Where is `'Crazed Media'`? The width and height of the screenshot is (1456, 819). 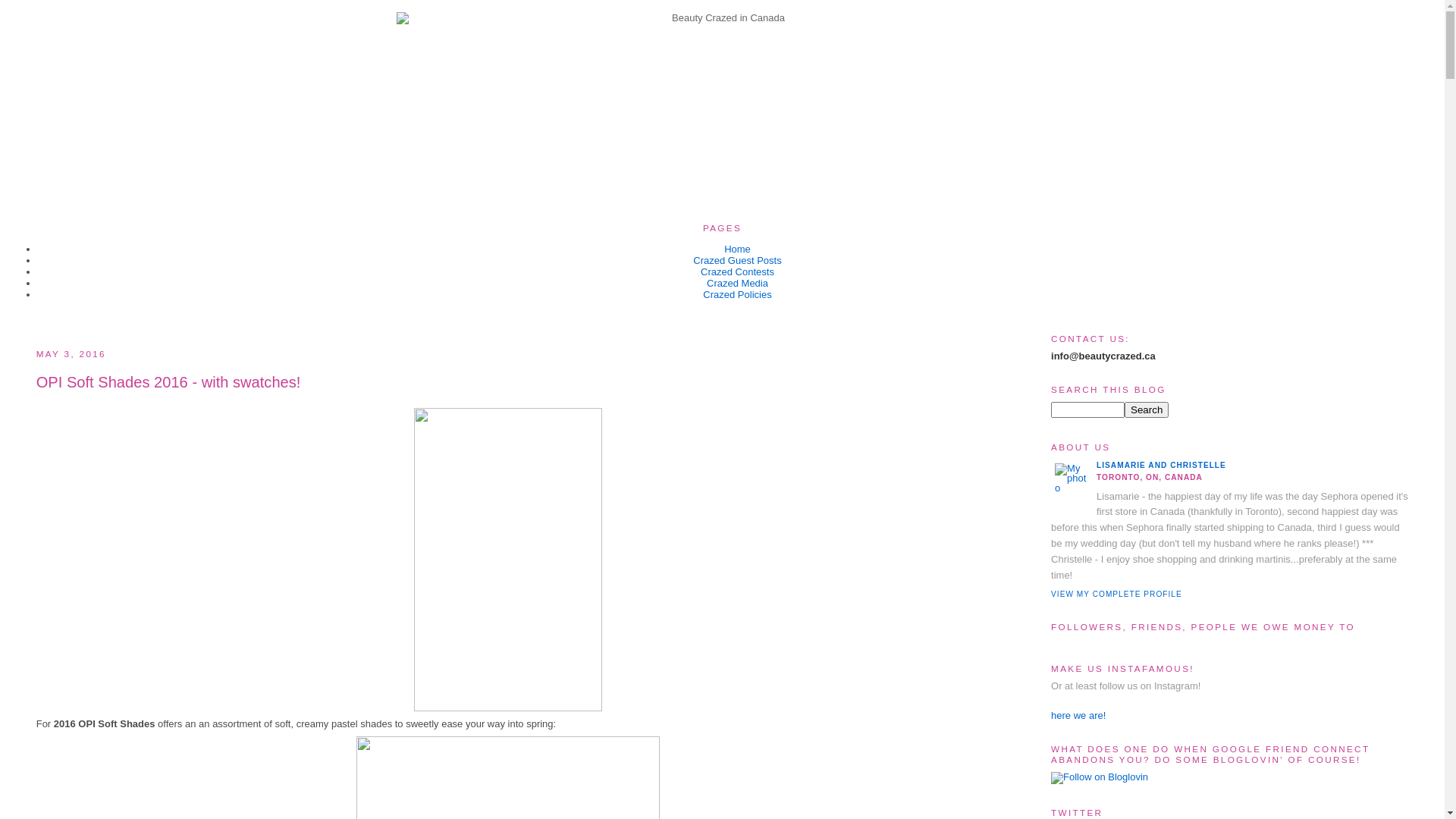
'Crazed Media' is located at coordinates (705, 283).